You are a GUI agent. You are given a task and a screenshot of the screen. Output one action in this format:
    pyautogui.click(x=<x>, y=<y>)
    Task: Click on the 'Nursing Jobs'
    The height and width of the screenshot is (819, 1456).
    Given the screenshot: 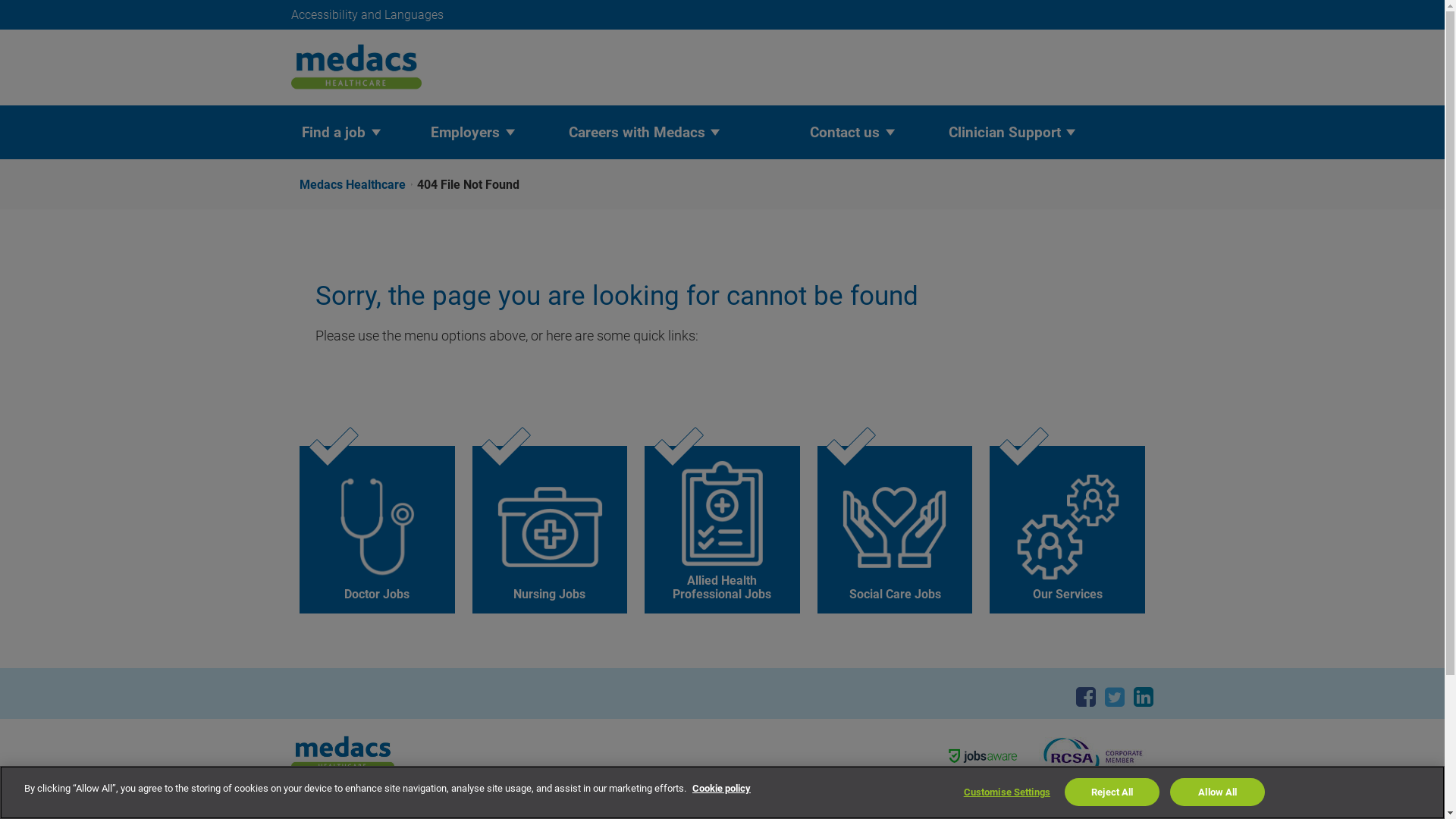 What is the action you would take?
    pyautogui.click(x=549, y=529)
    